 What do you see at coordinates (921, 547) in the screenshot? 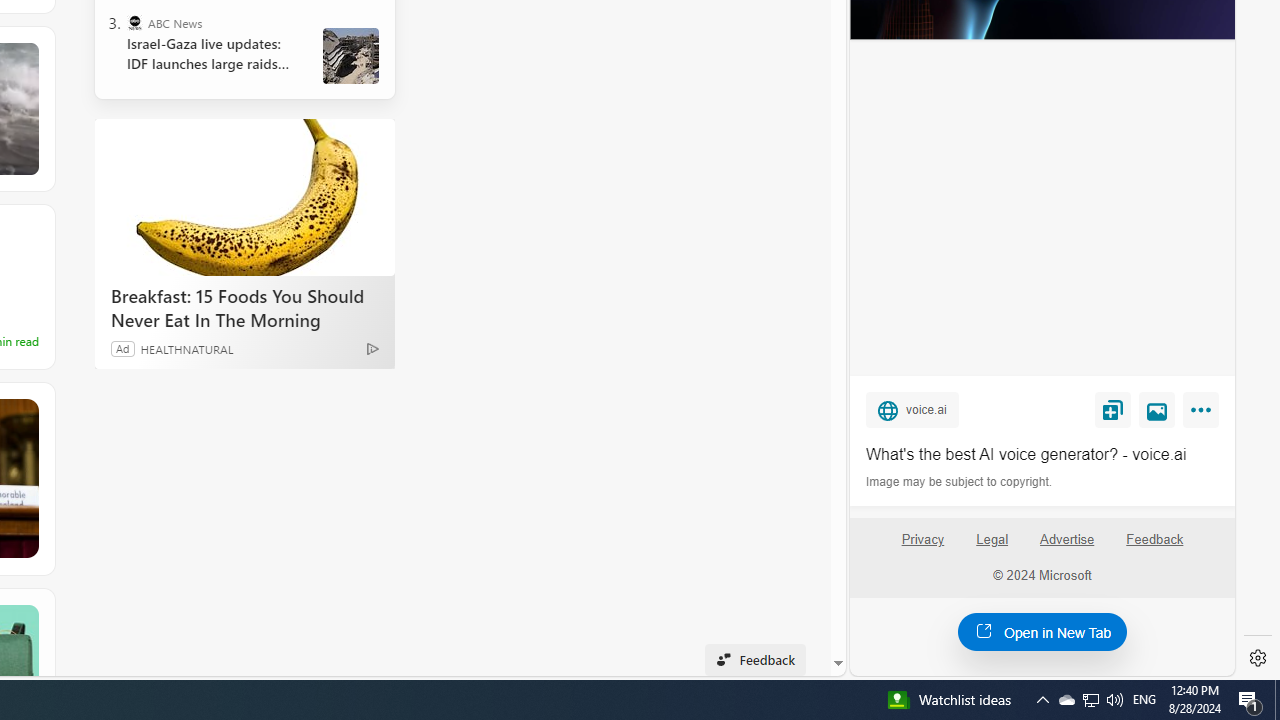
I see `'Privacy'` at bounding box center [921, 547].